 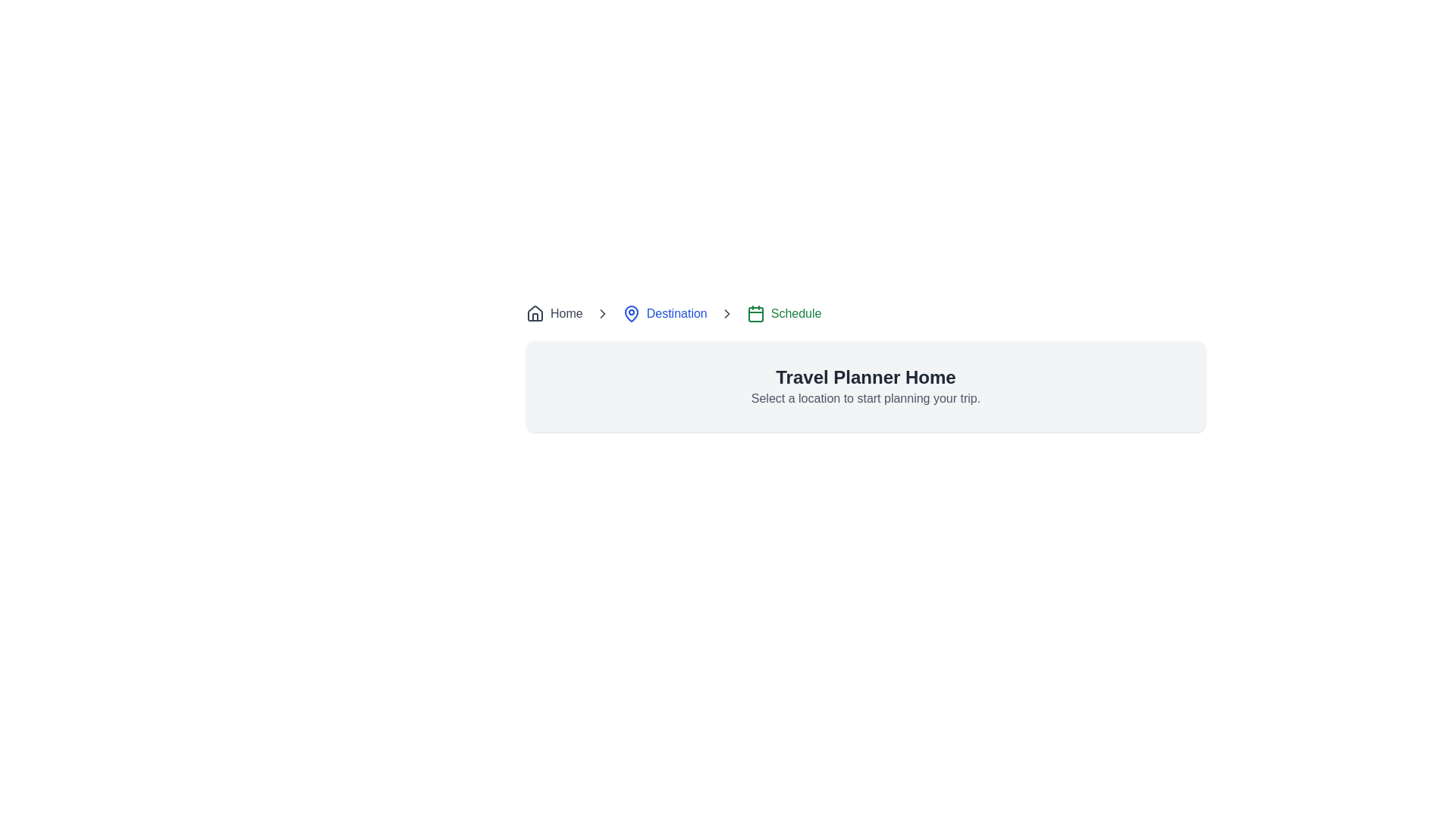 What do you see at coordinates (601, 312) in the screenshot?
I see `the adjacent elements for navigation context by interacting with the right-arrow icon located between the 'Home' and 'Destination' labels in the breadcrumb navigation` at bounding box center [601, 312].